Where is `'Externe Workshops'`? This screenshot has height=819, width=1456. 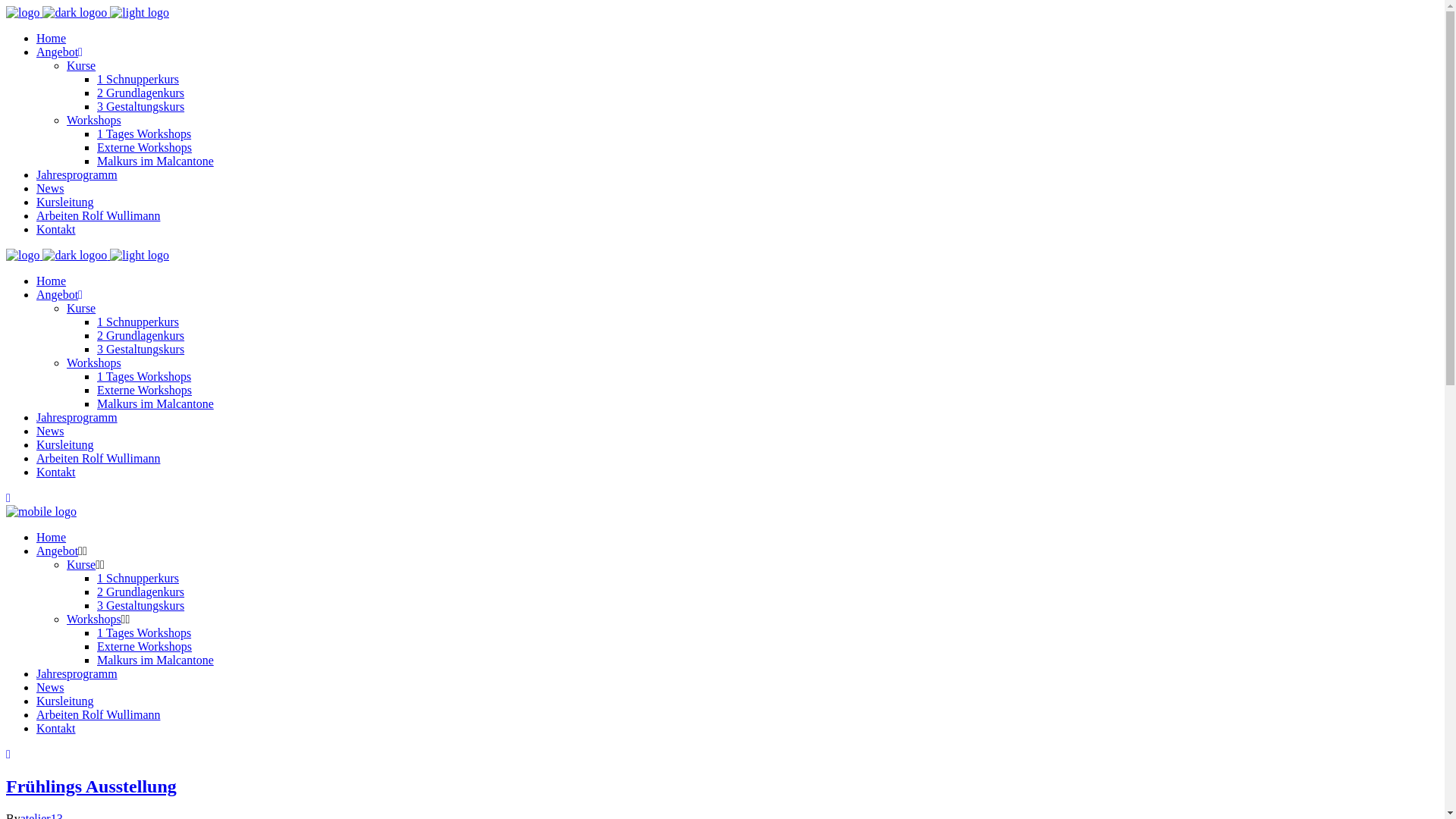
'Externe Workshops' is located at coordinates (144, 147).